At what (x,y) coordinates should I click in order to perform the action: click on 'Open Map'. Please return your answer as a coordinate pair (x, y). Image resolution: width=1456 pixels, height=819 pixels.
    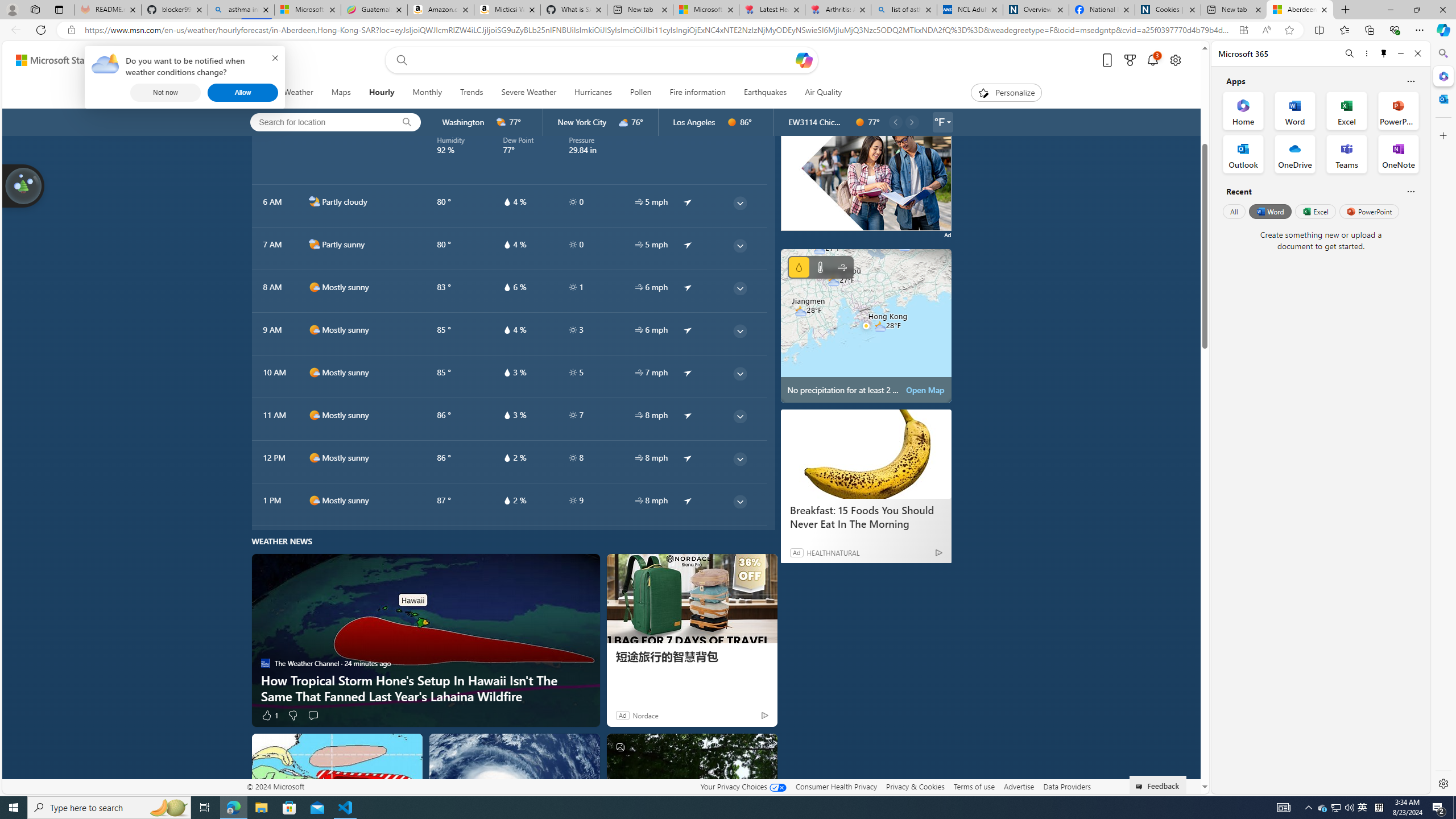
    Looking at the image, I should click on (925, 390).